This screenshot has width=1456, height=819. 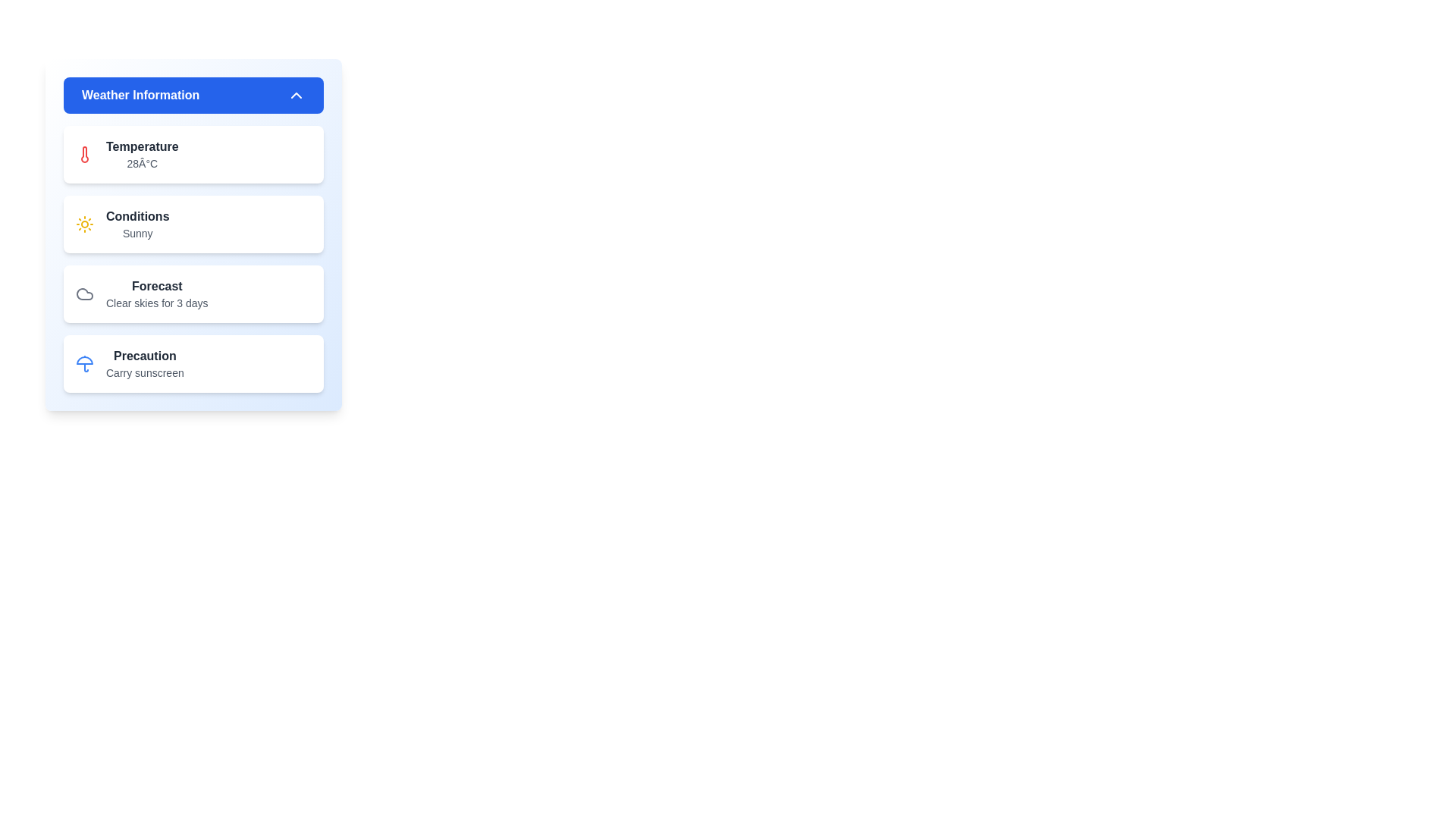 I want to click on text information displayed in the Text block titled 'Forecast' with the content 'Clear skies for 3 days', which is located centrally within the third card of the 'Weather Information' section, so click(x=157, y=294).